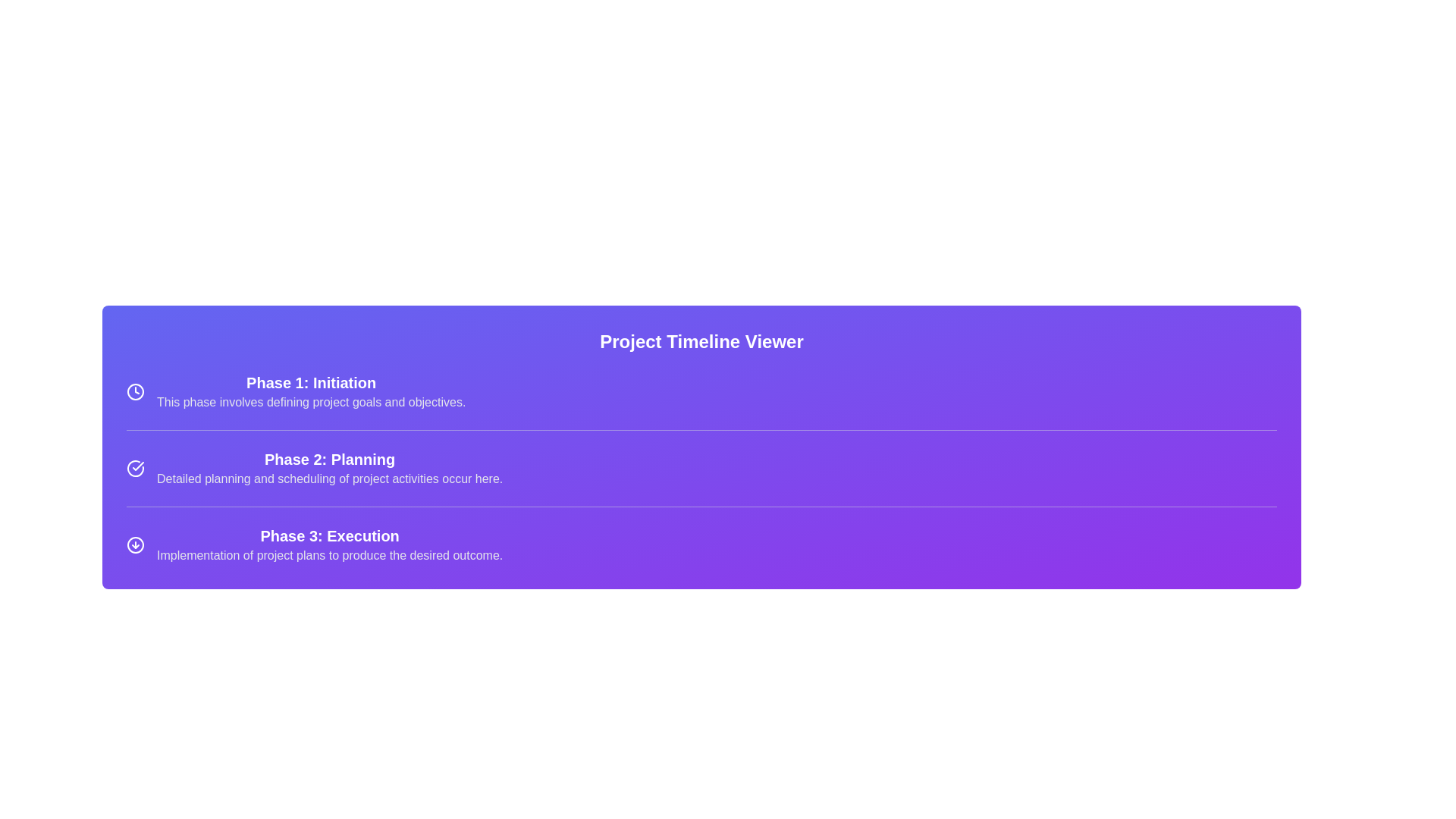  I want to click on title displayed in the text label (header) that serves as the heading for the first phase of the project timeline, located above the description text, so click(310, 382).